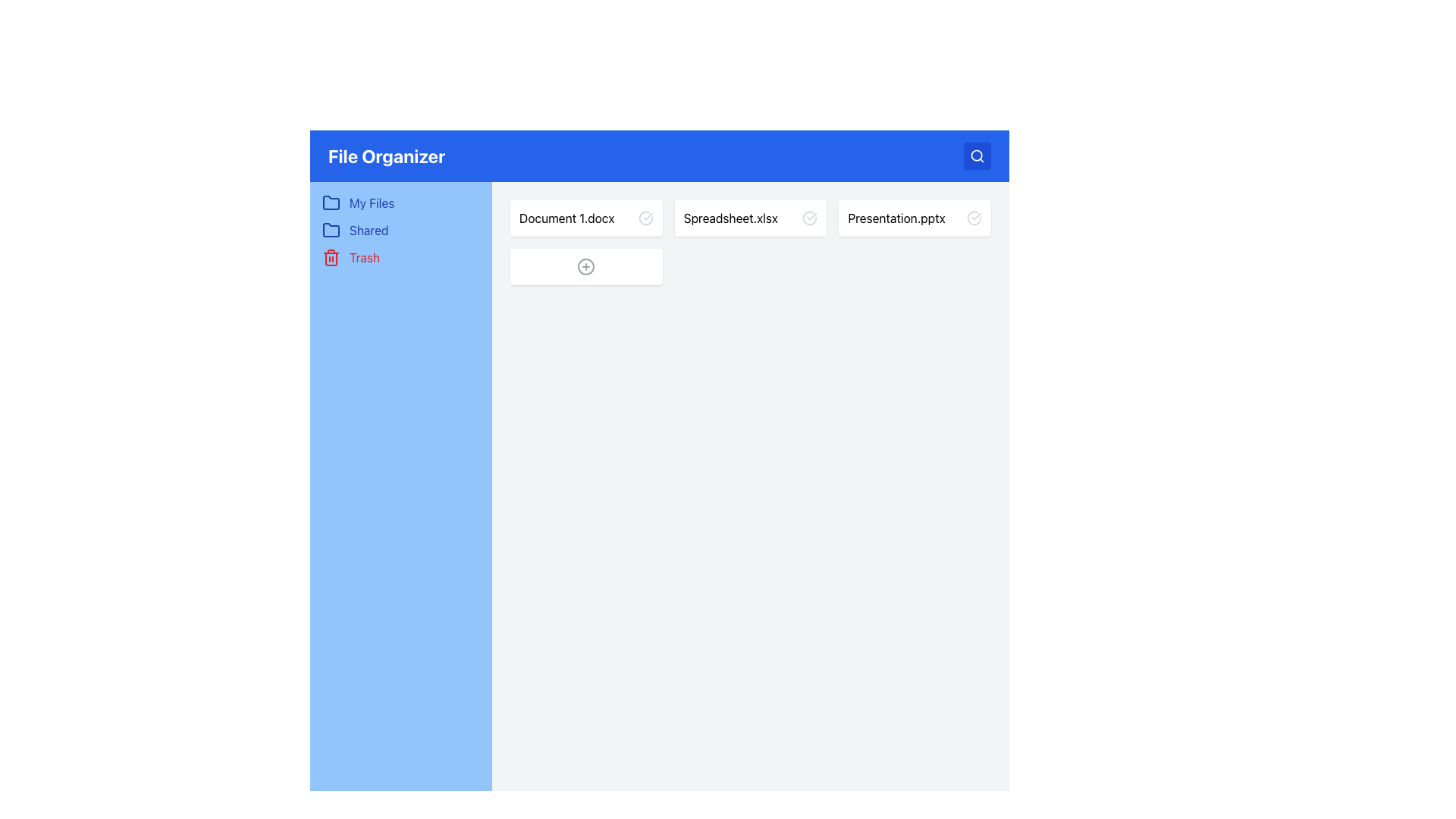 The height and width of the screenshot is (819, 1456). What do you see at coordinates (585, 265) in the screenshot?
I see `the circular button with a '+' icon, which has a white background and rounded edges, located below 'Document 1.docx' in the grid layout` at bounding box center [585, 265].